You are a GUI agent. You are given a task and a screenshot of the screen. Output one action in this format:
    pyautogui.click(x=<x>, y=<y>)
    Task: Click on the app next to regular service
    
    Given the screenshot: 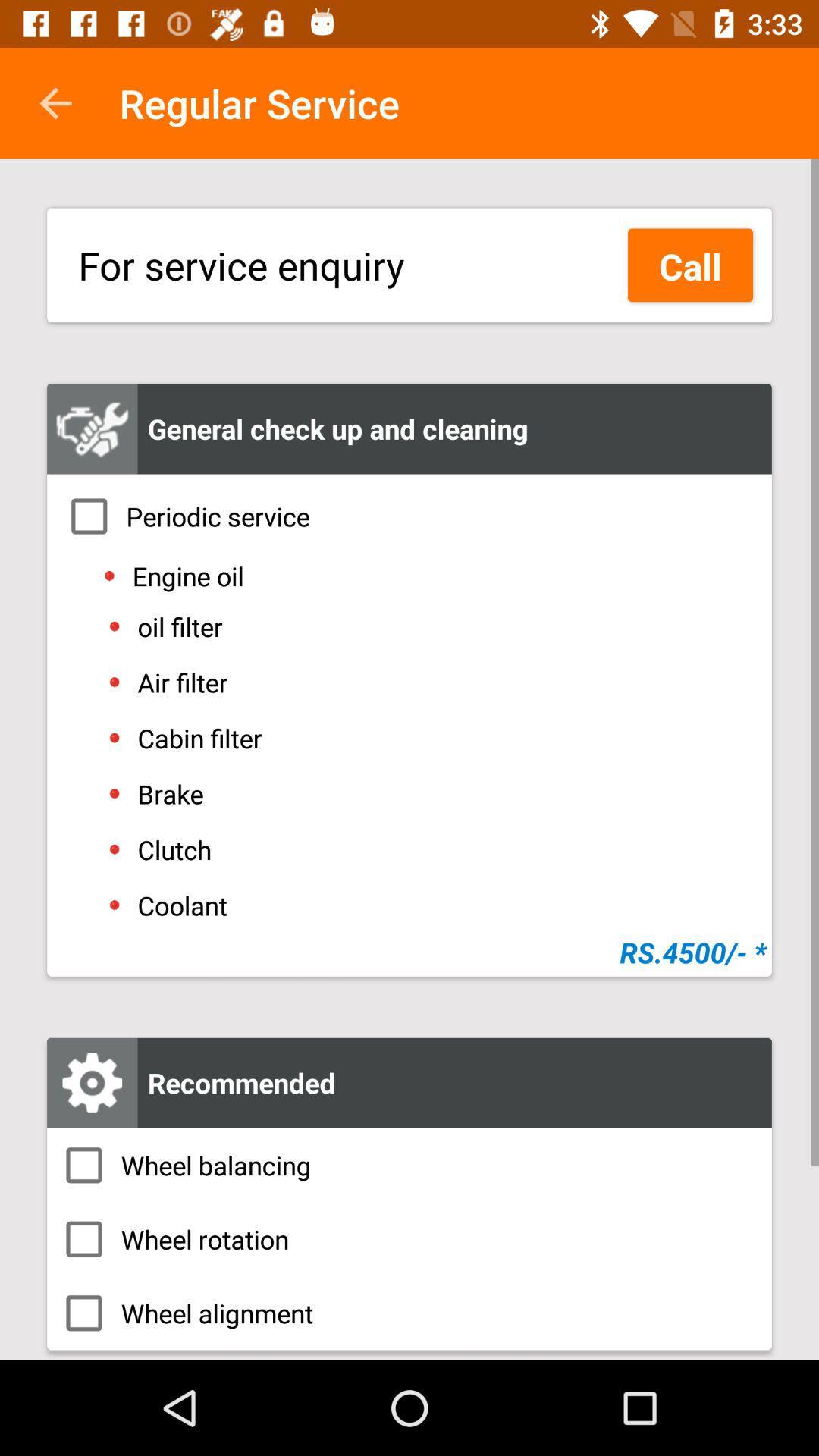 What is the action you would take?
    pyautogui.click(x=55, y=102)
    